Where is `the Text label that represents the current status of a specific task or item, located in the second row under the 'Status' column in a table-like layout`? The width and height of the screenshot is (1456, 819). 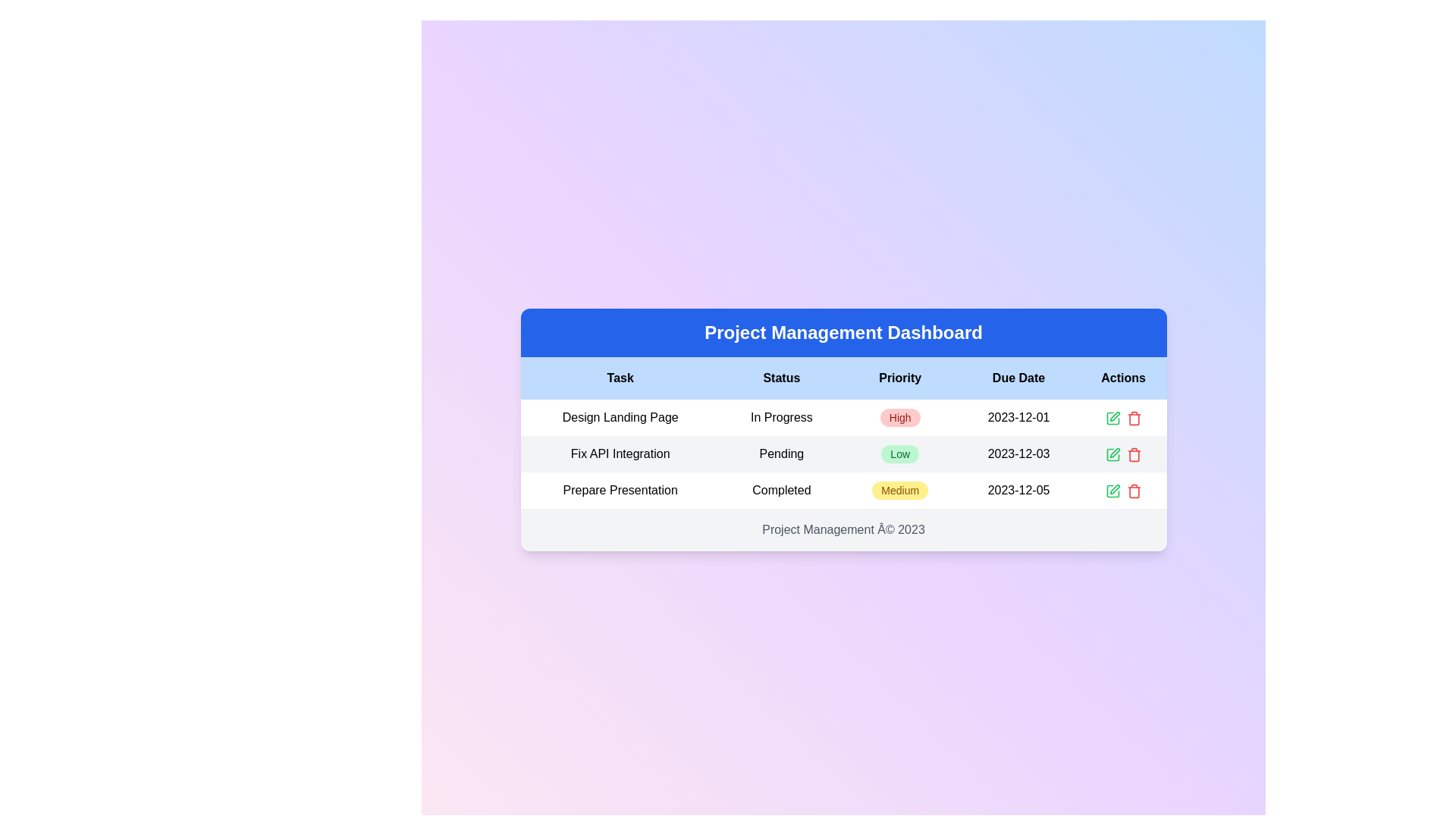
the Text label that represents the current status of a specific task or item, located in the second row under the 'Status' column in a table-like layout is located at coordinates (781, 453).